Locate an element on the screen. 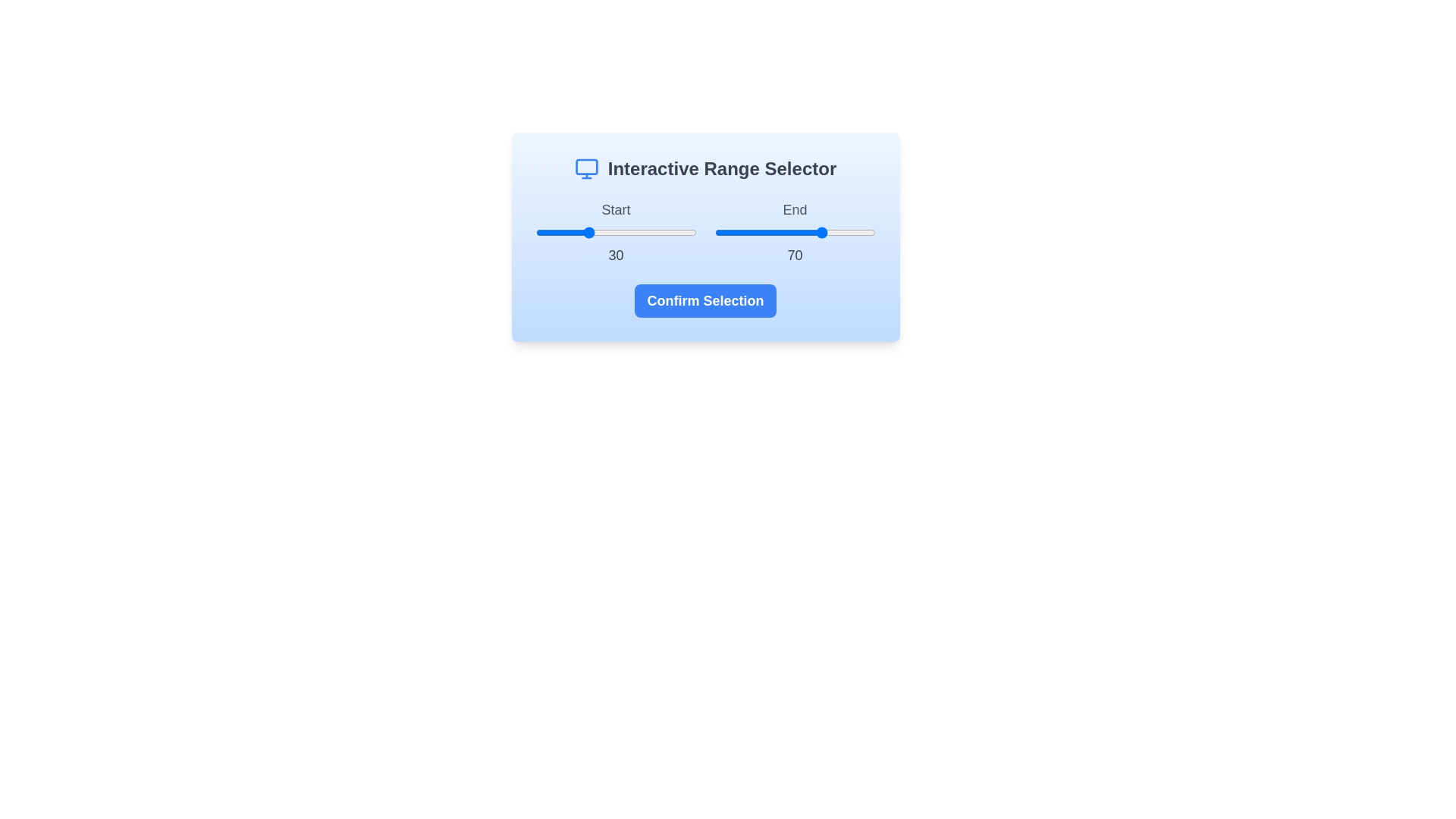 This screenshot has width=1456, height=819. the end range value to 13 by interacting with the slider is located at coordinates (735, 233).